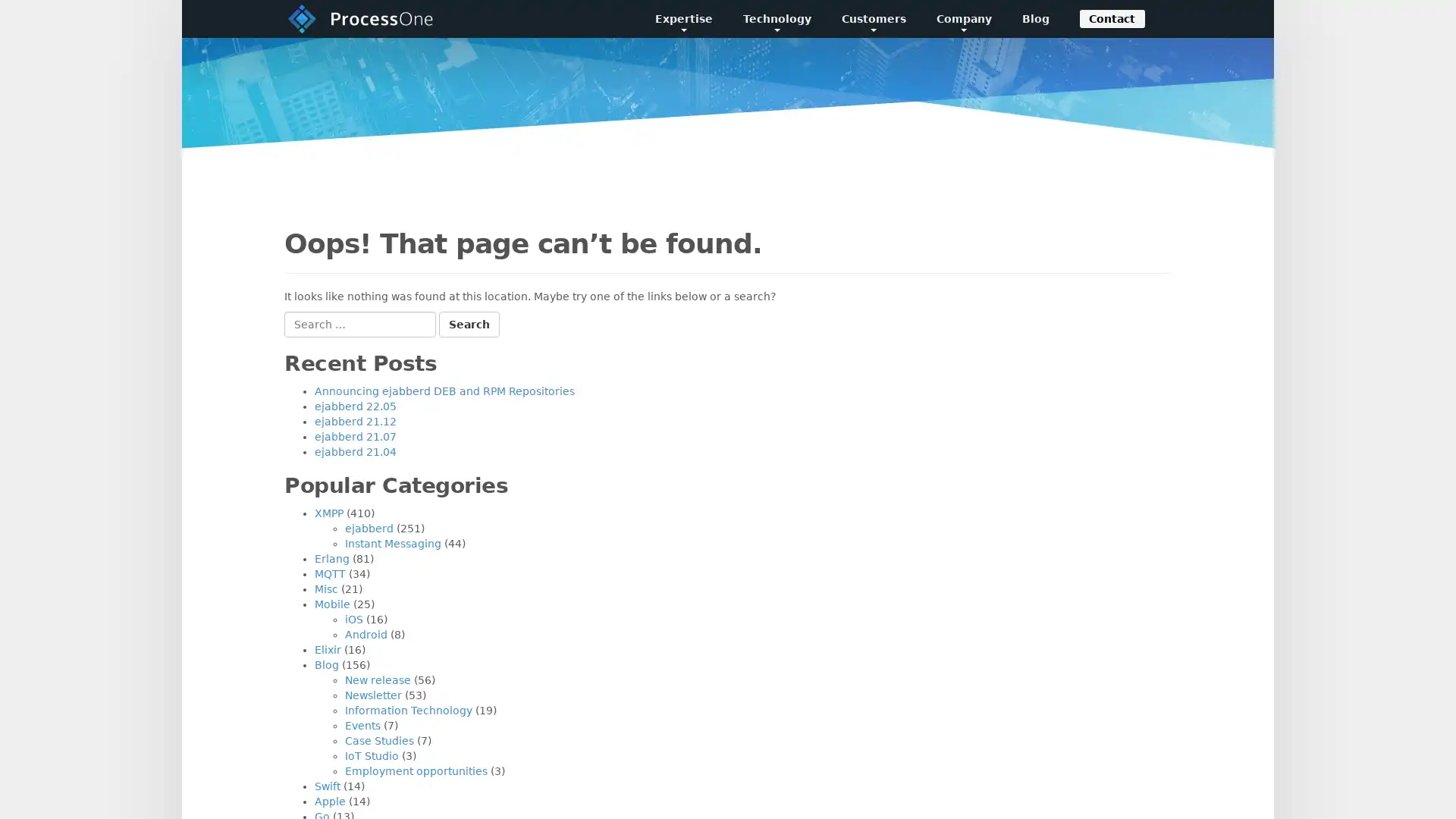 This screenshot has height=819, width=1456. I want to click on Search, so click(469, 324).